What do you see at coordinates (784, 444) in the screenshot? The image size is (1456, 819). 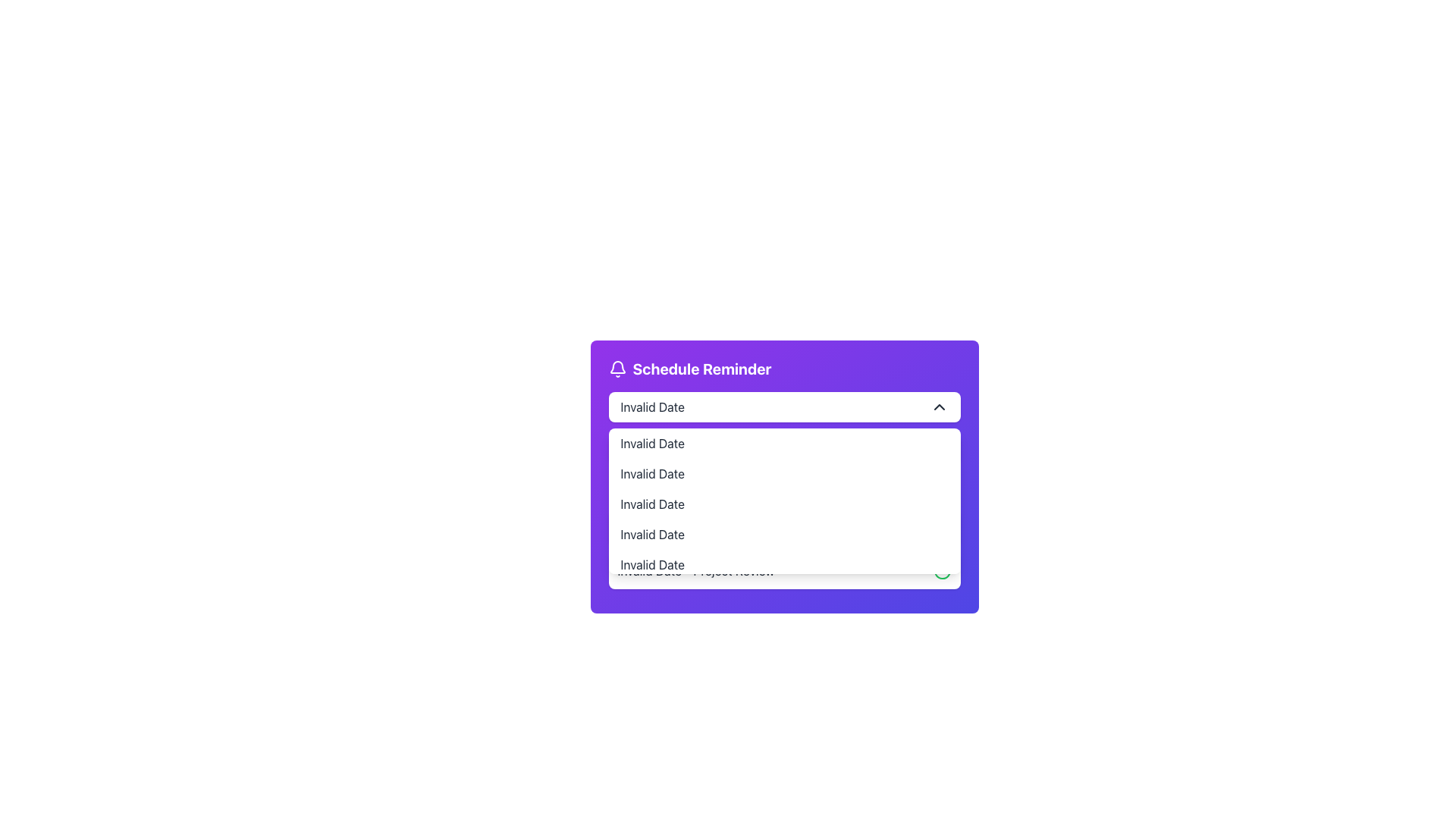 I see `to select the first option in the dropdown menu located directly below the dropdown's input box` at bounding box center [784, 444].